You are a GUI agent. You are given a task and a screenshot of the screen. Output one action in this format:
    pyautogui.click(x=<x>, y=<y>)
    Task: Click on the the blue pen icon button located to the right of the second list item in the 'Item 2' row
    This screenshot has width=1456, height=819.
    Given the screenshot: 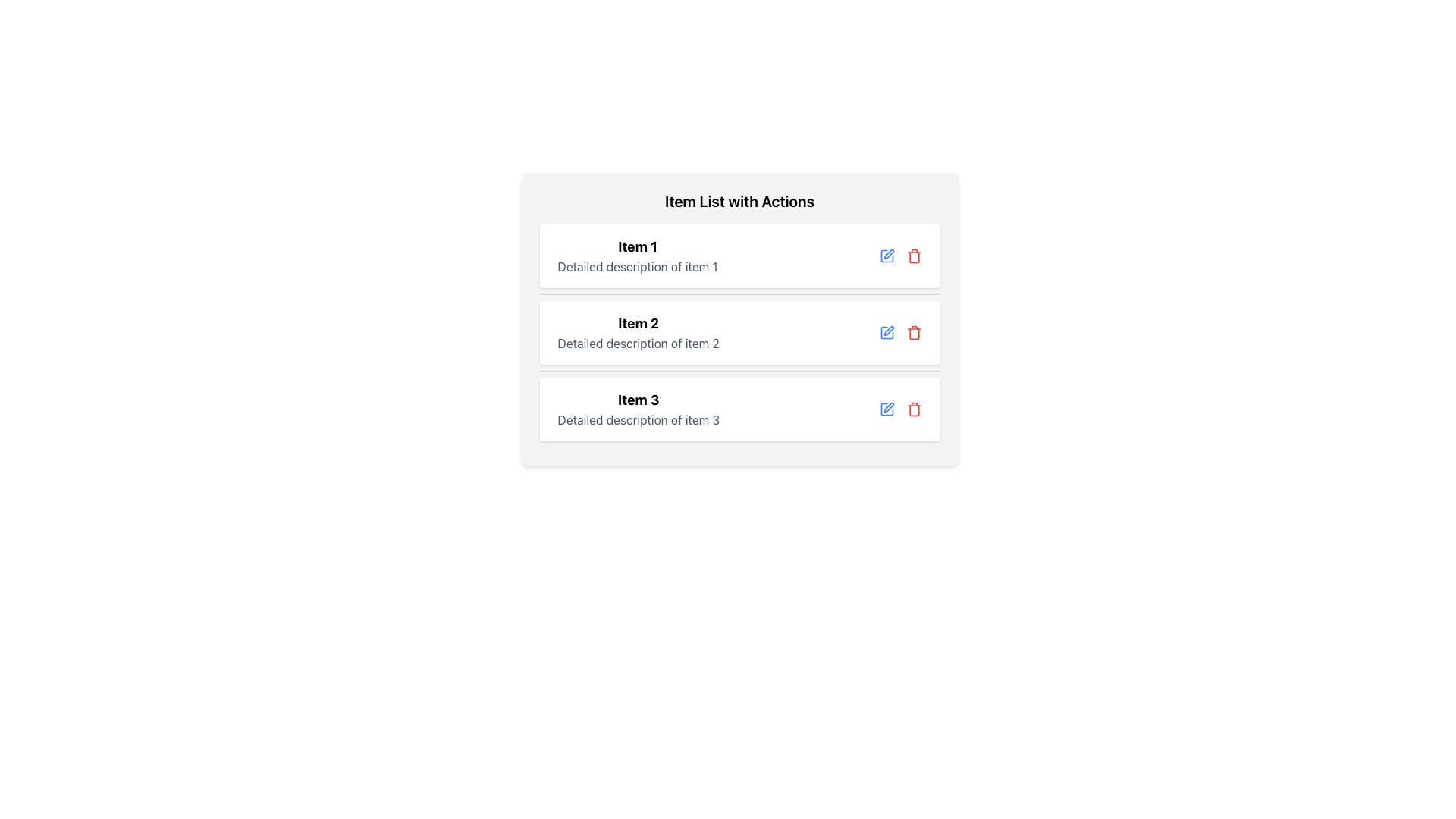 What is the action you would take?
    pyautogui.click(x=888, y=330)
    